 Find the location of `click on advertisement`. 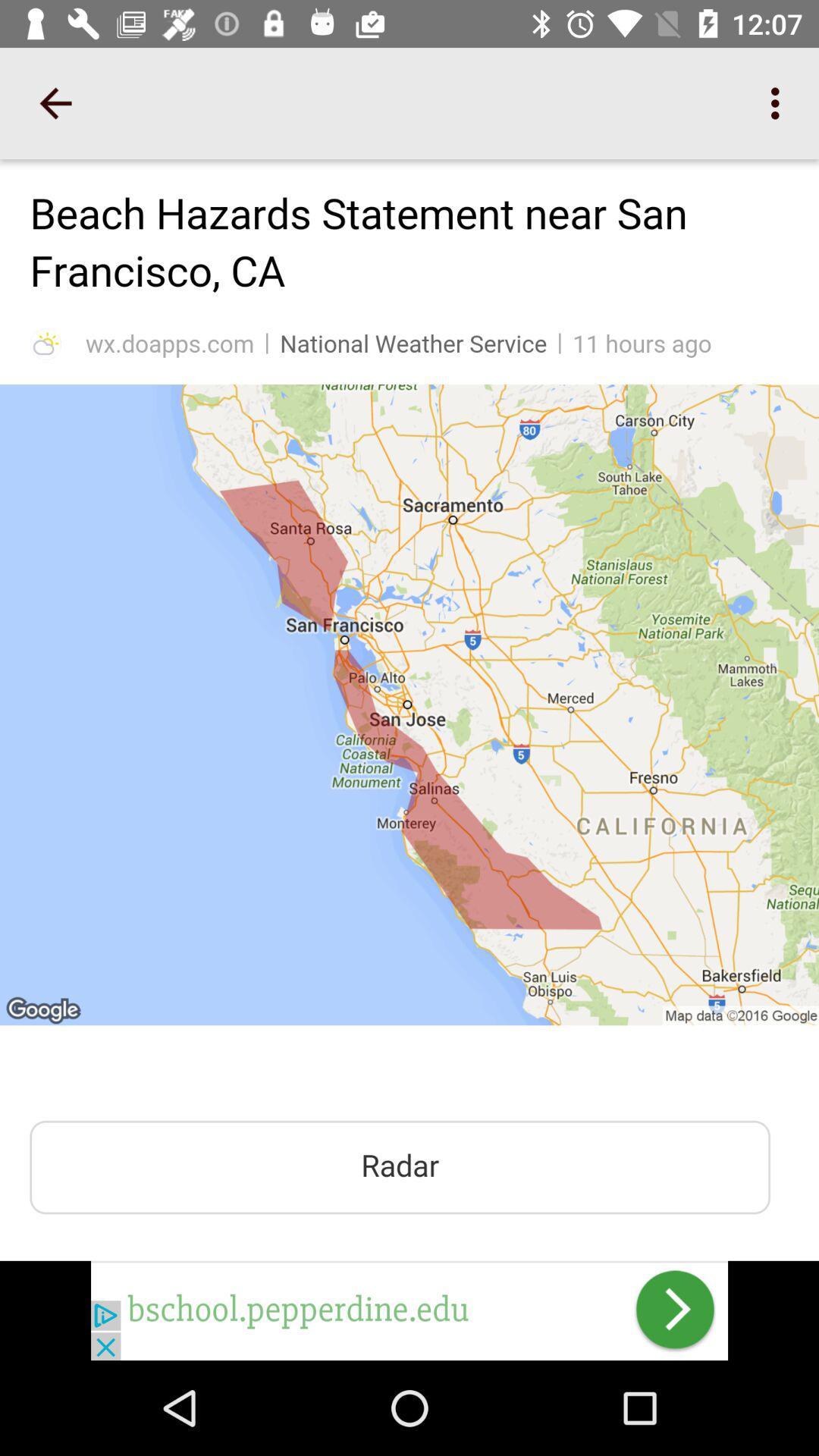

click on advertisement is located at coordinates (409, 1310).